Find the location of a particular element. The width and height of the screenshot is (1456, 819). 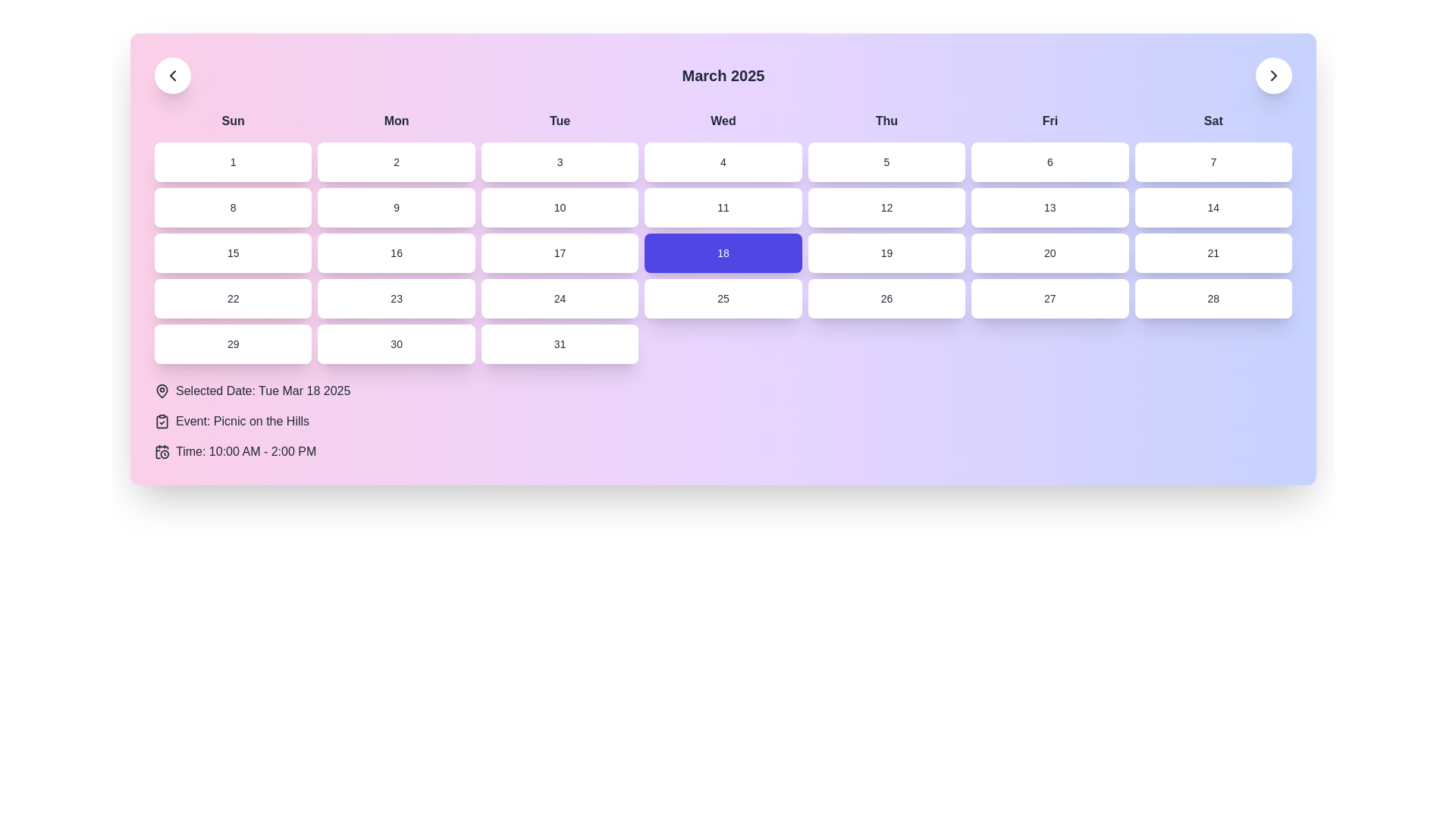

the button representing the date '12' in the calendar layout is located at coordinates (886, 207).